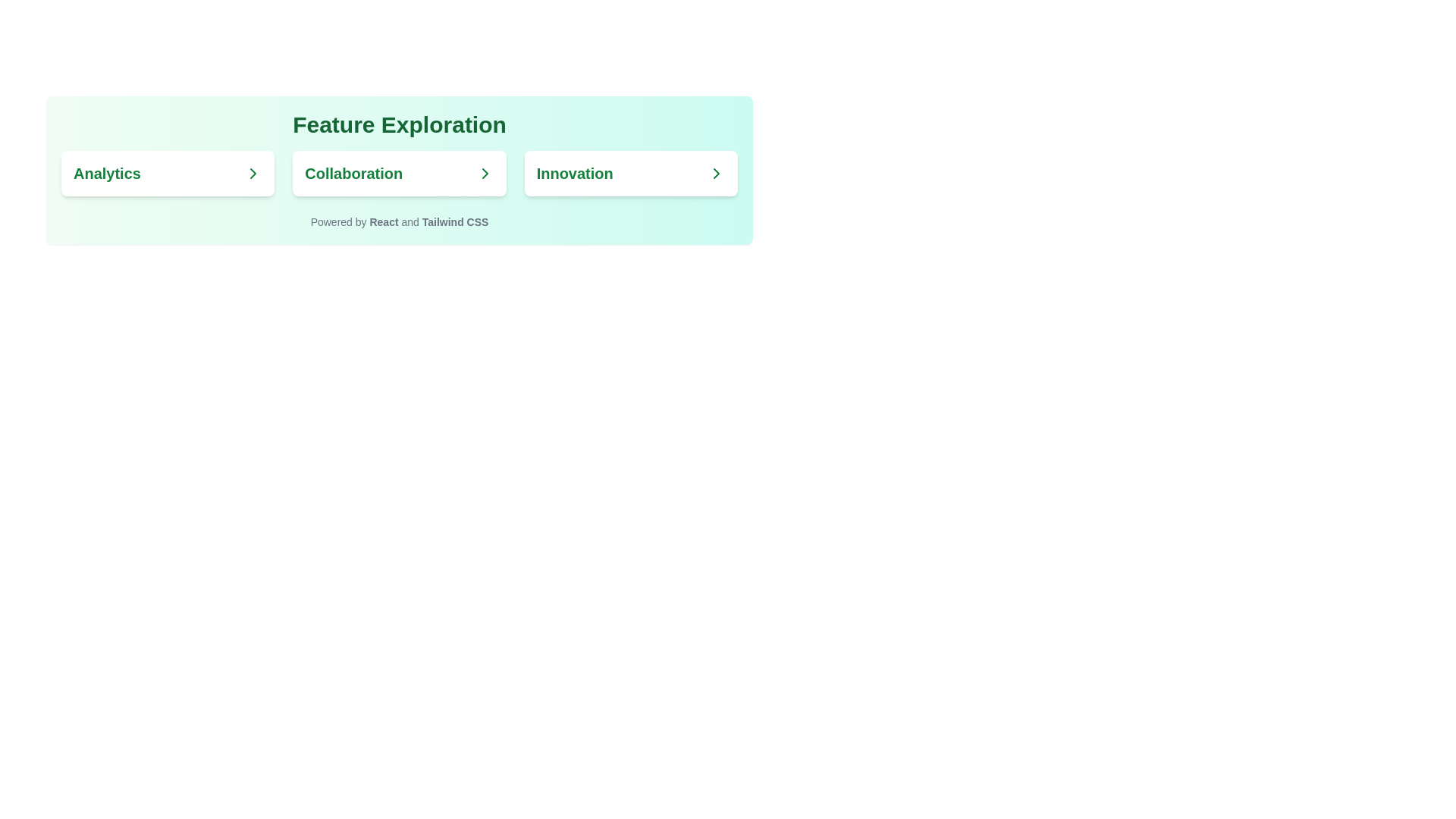  What do you see at coordinates (716, 172) in the screenshot?
I see `the rightward-pointing chevron icon inside the 'Innovation' button` at bounding box center [716, 172].